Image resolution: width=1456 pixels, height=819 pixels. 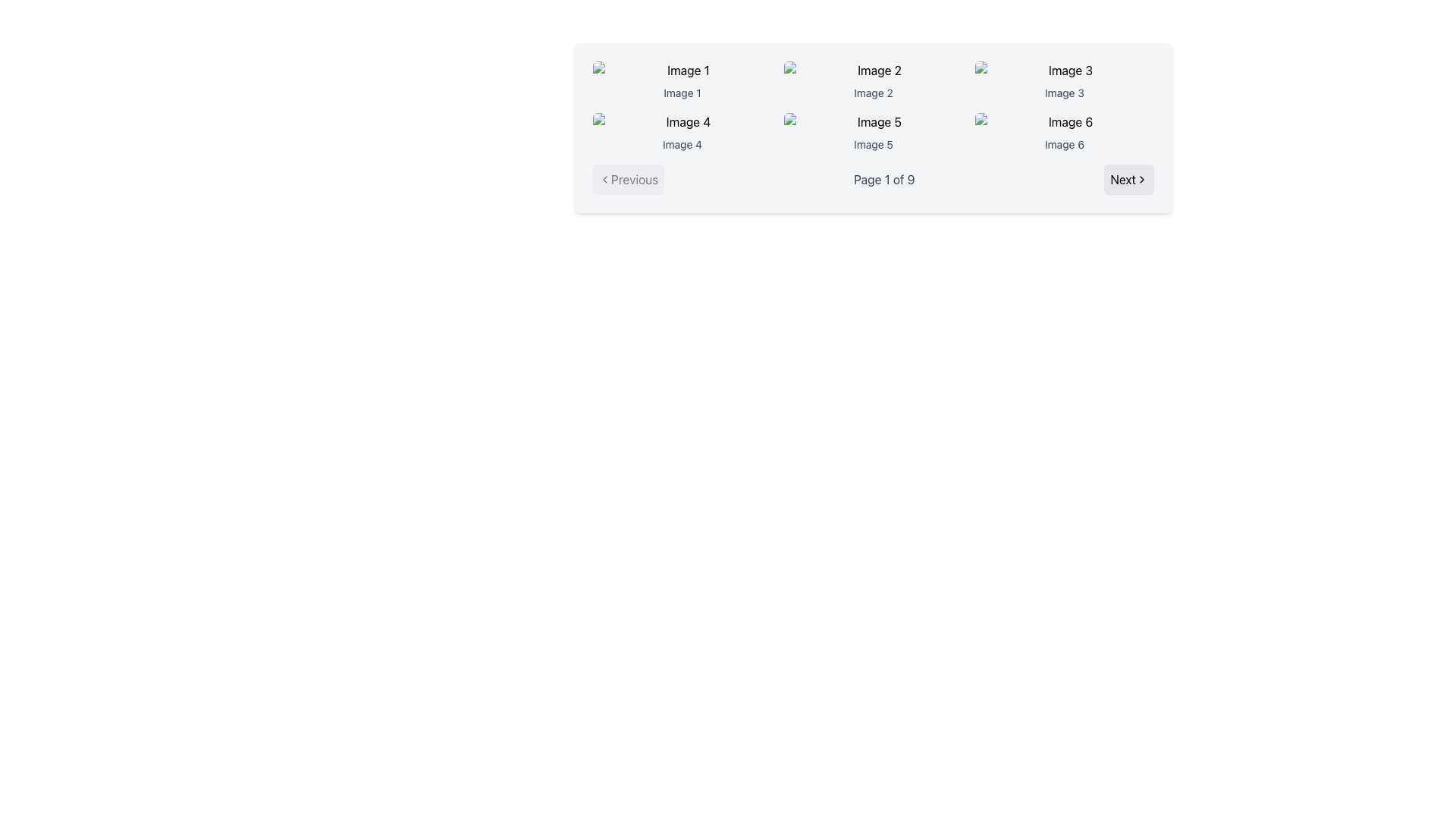 What do you see at coordinates (1063, 121) in the screenshot?
I see `the image placeholder with alternative text 'Image 6', located` at bounding box center [1063, 121].